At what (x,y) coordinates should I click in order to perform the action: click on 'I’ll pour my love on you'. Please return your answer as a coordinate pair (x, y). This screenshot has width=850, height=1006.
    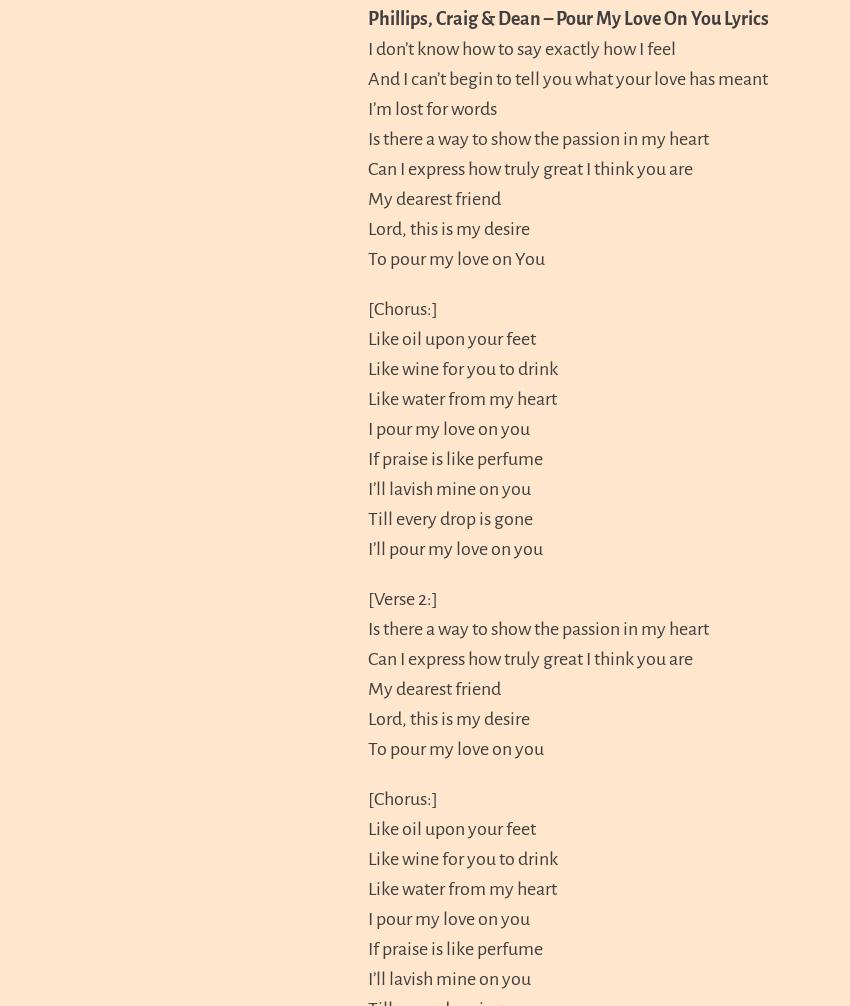
    Looking at the image, I should click on (454, 547).